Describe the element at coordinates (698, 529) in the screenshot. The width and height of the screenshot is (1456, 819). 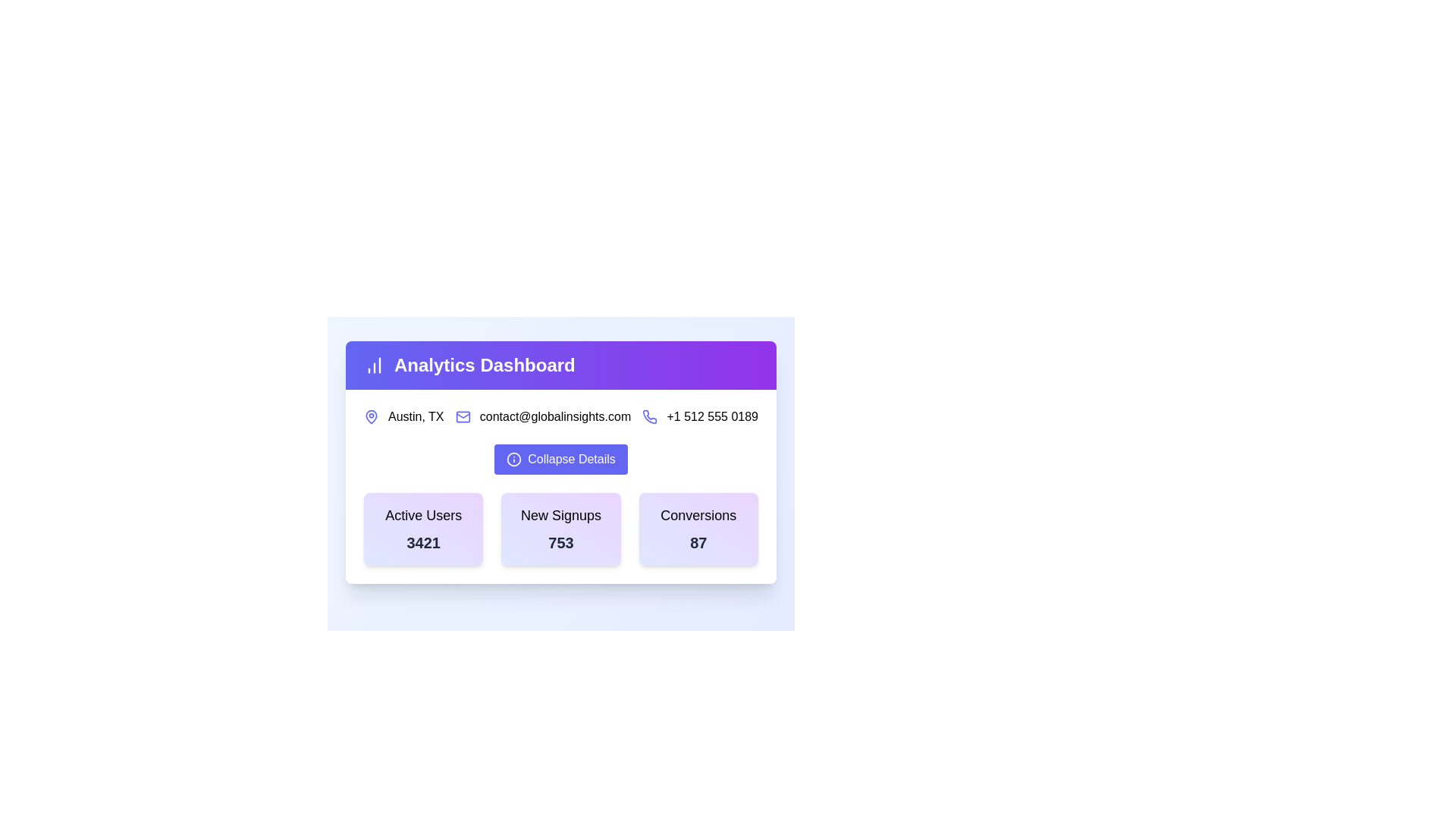
I see `the static informational panel displaying 'Conversions' with the quantity '87', located in the bottom-right corner of the grid layout` at that location.